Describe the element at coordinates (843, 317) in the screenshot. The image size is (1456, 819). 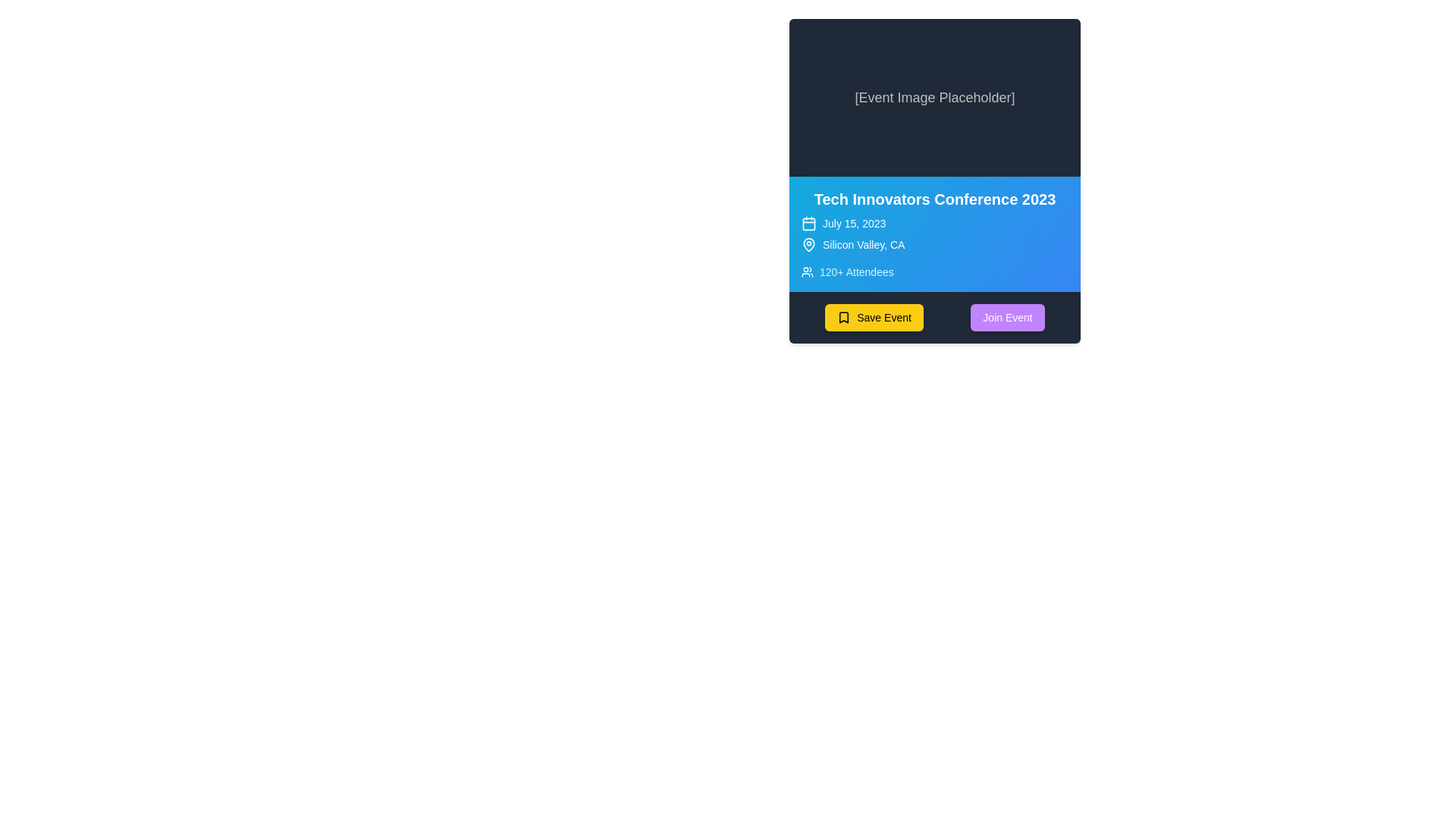
I see `the bookmark icon within the 'Save Event' button to interact with the save functionality` at that location.